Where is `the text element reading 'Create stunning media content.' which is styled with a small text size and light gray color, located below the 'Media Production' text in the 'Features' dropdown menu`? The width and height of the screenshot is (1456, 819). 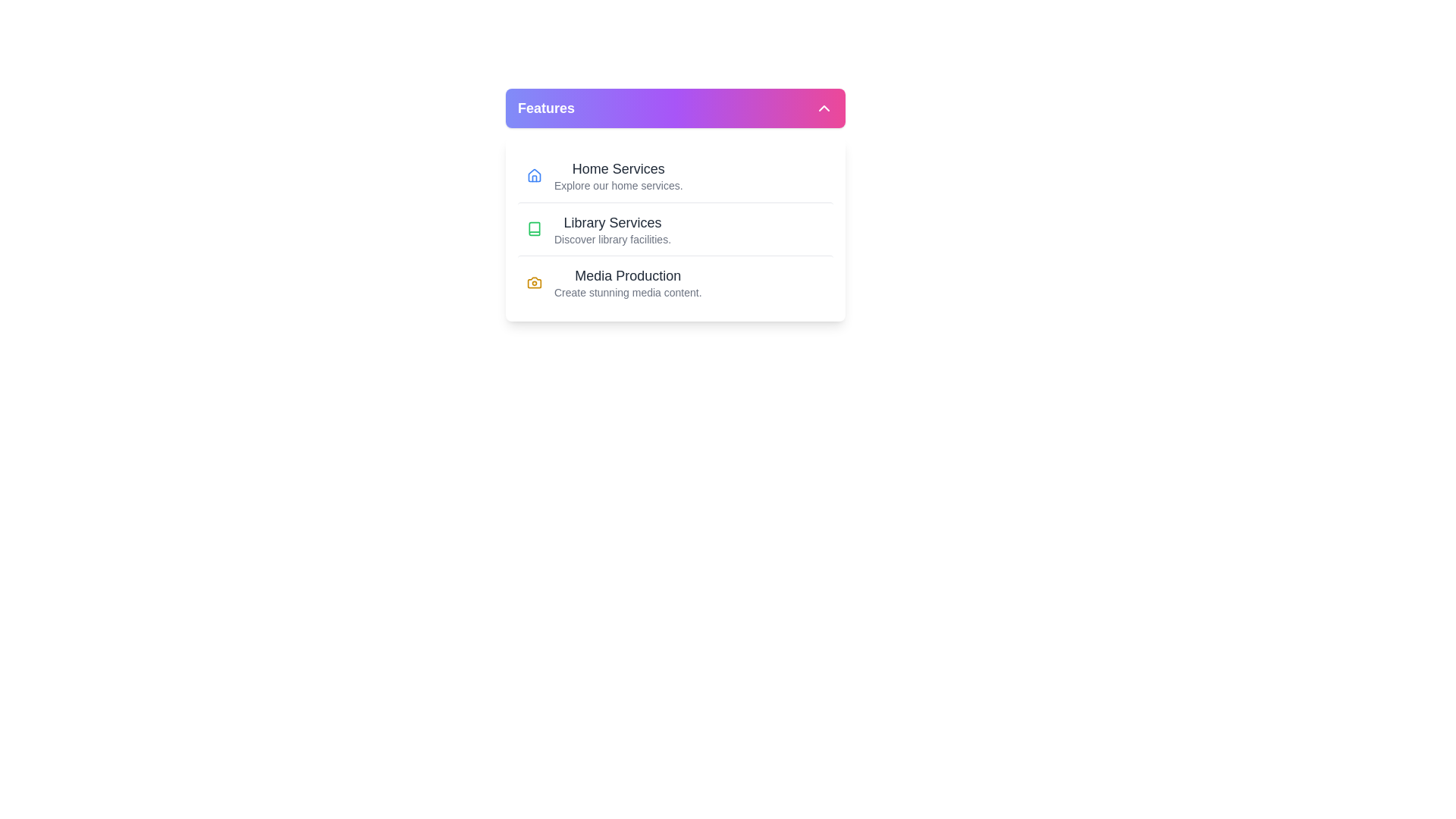 the text element reading 'Create stunning media content.' which is styled with a small text size and light gray color, located below the 'Media Production' text in the 'Features' dropdown menu is located at coordinates (628, 293).